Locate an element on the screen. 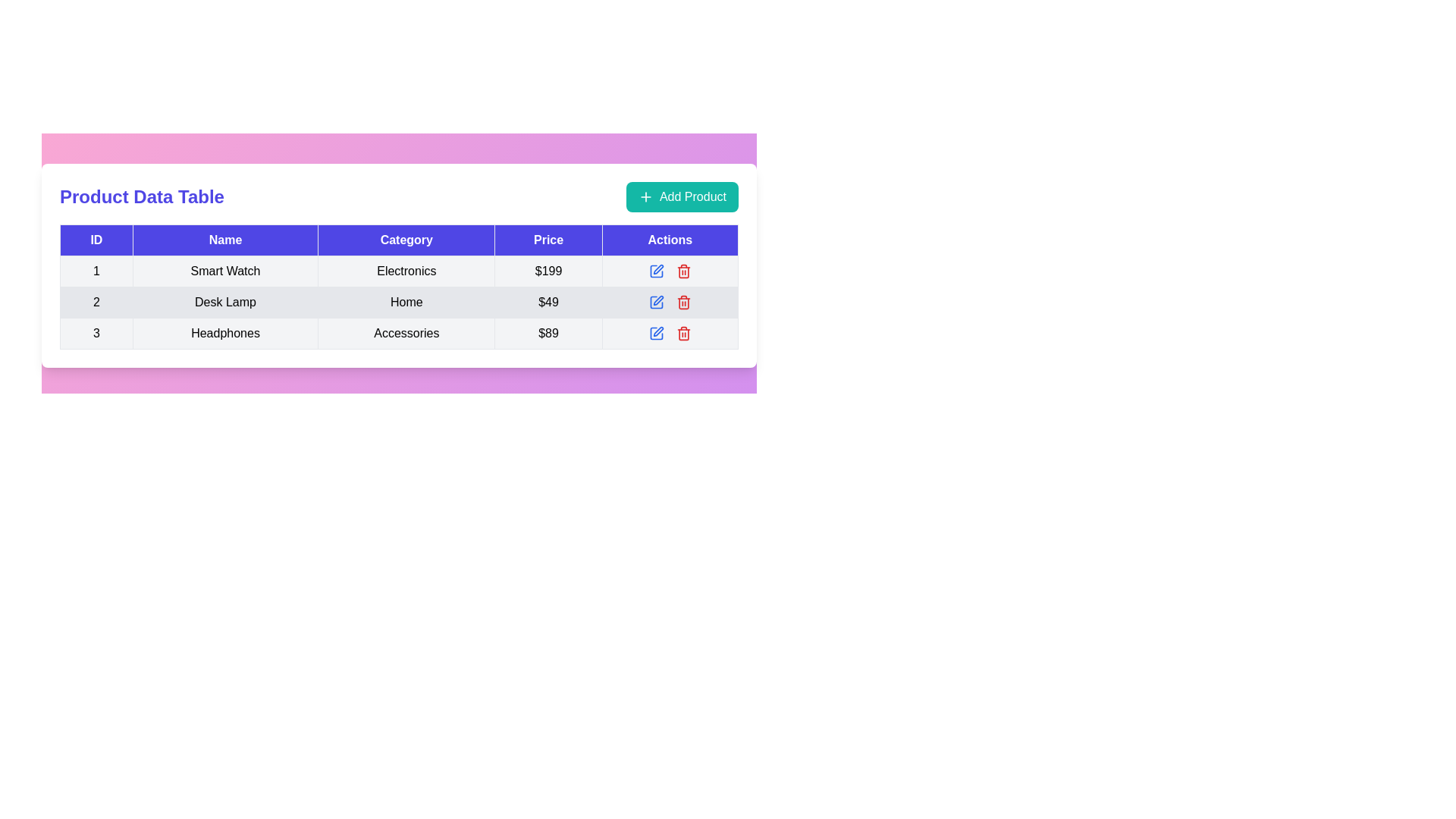 The image size is (1456, 819). the 'Delete' icon button located in the 'Actions' column of the table, which is positioned to the right of the 'Headphones' row is located at coordinates (682, 332).